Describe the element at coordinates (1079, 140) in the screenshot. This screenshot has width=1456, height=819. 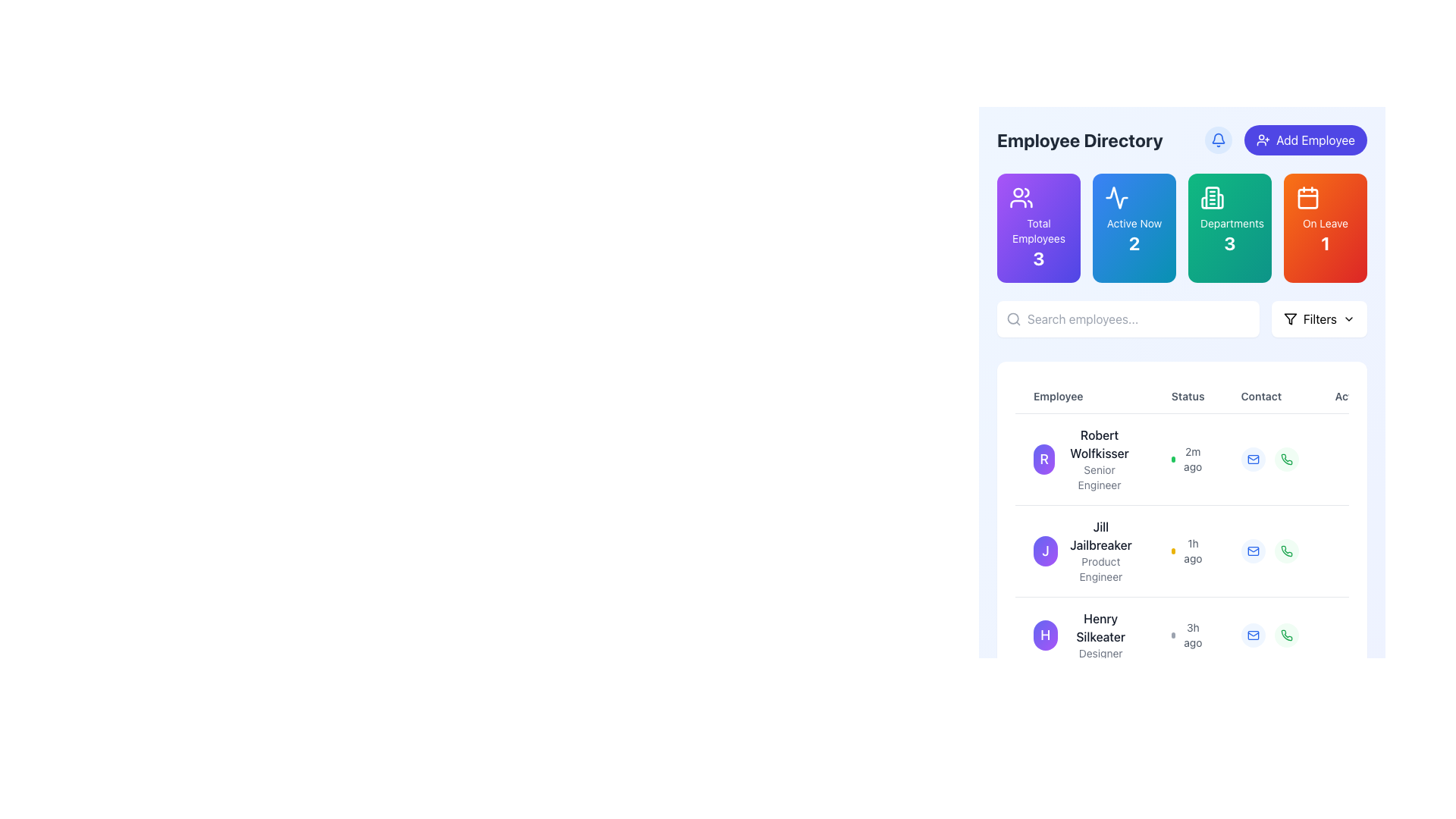
I see `text label that serves as the section title for the employee directory, positioned at the top-left of the content area` at that location.